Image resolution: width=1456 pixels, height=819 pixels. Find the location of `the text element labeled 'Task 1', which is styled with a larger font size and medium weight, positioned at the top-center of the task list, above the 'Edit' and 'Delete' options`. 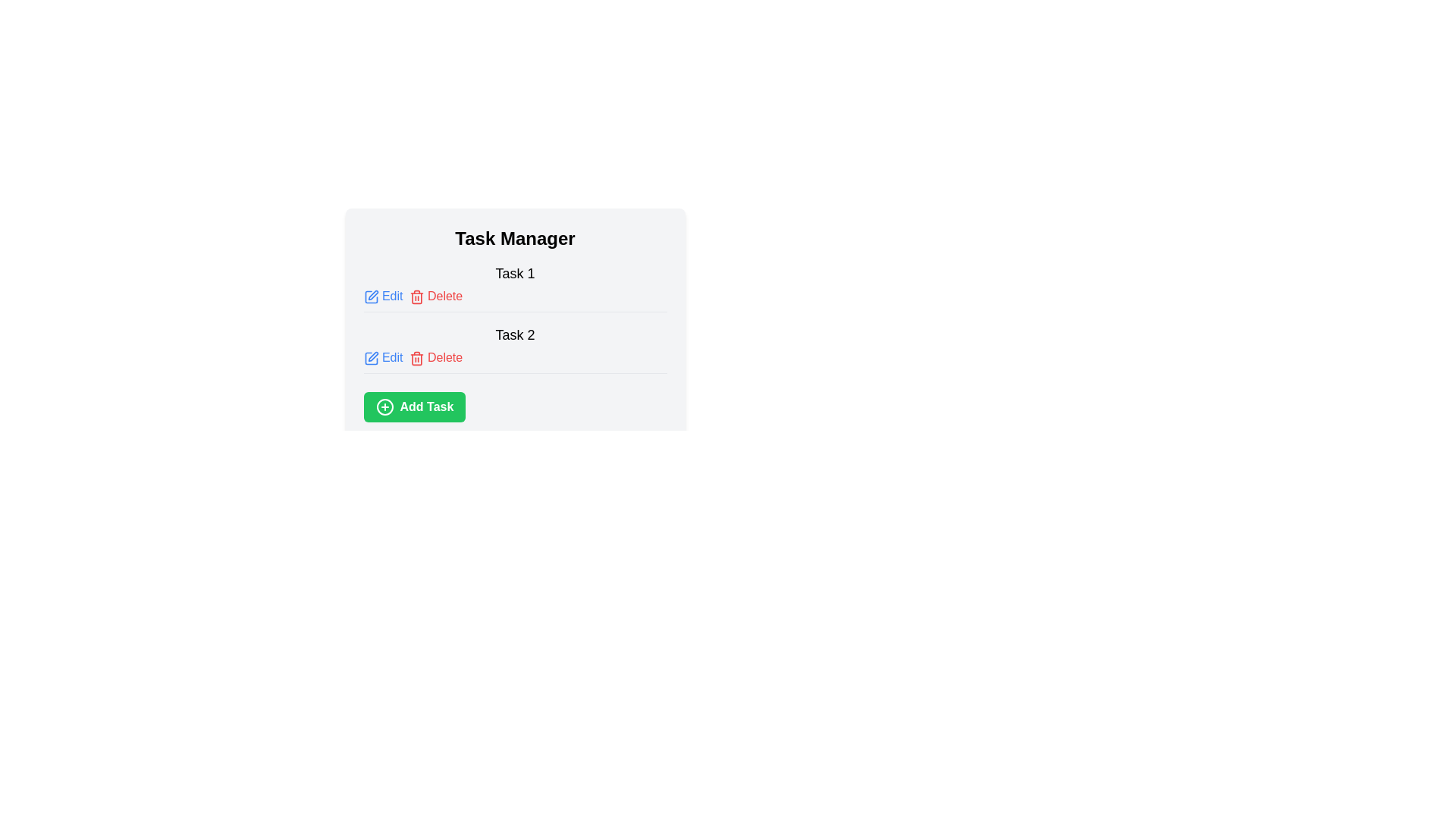

the text element labeled 'Task 1', which is styled with a larger font size and medium weight, positioned at the top-center of the task list, above the 'Edit' and 'Delete' options is located at coordinates (515, 274).